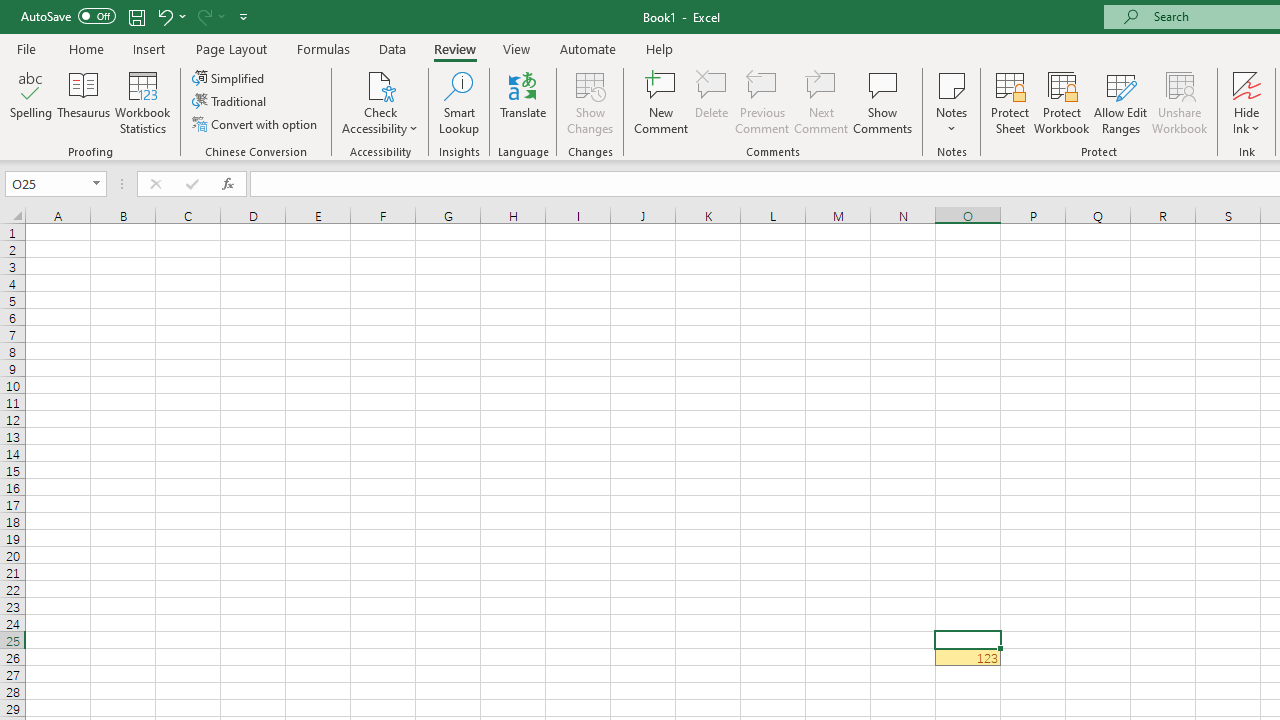  What do you see at coordinates (255, 124) in the screenshot?
I see `'Convert with option'` at bounding box center [255, 124].